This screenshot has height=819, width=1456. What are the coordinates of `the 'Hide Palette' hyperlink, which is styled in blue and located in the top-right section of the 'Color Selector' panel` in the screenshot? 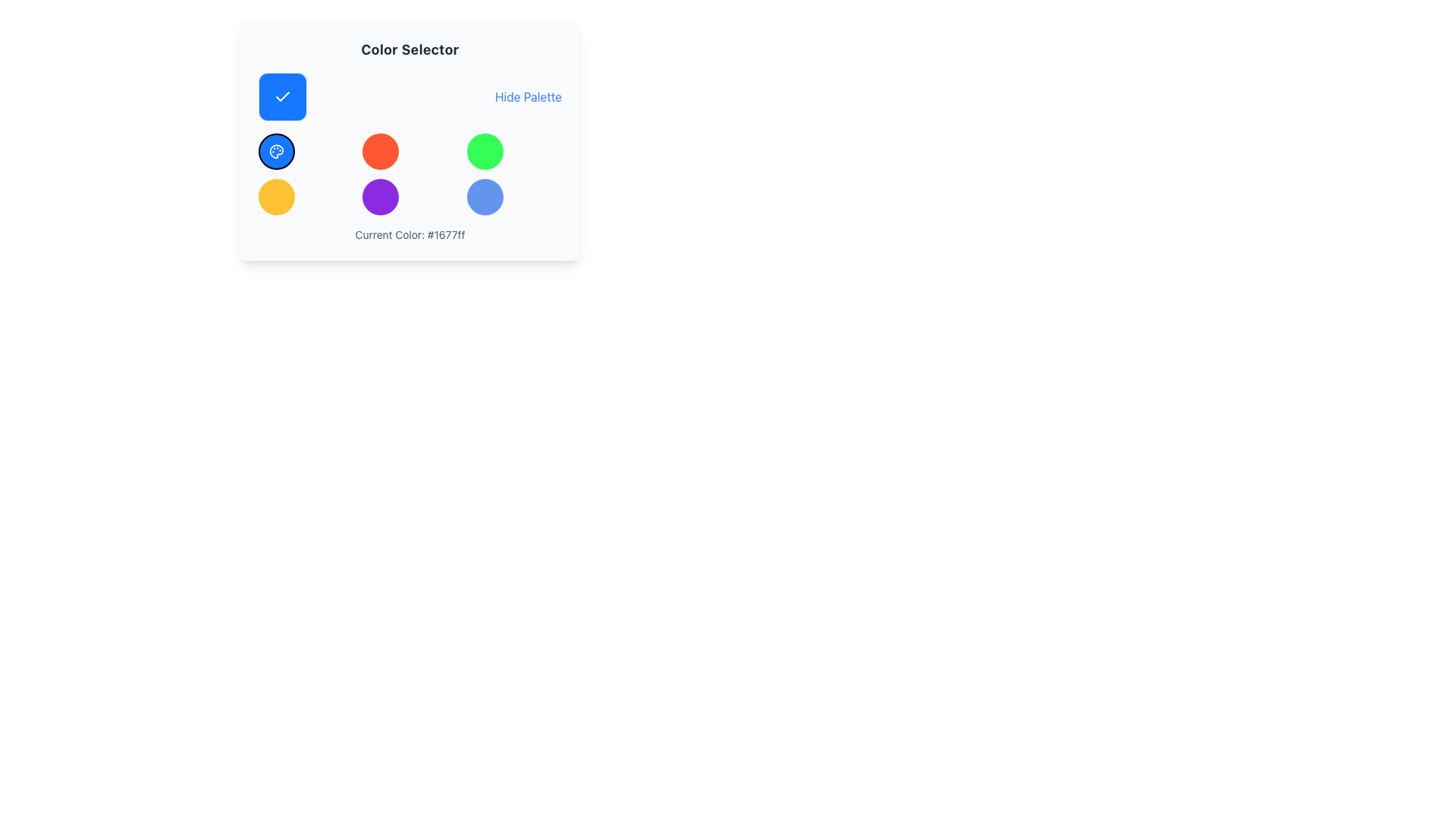 It's located at (528, 96).